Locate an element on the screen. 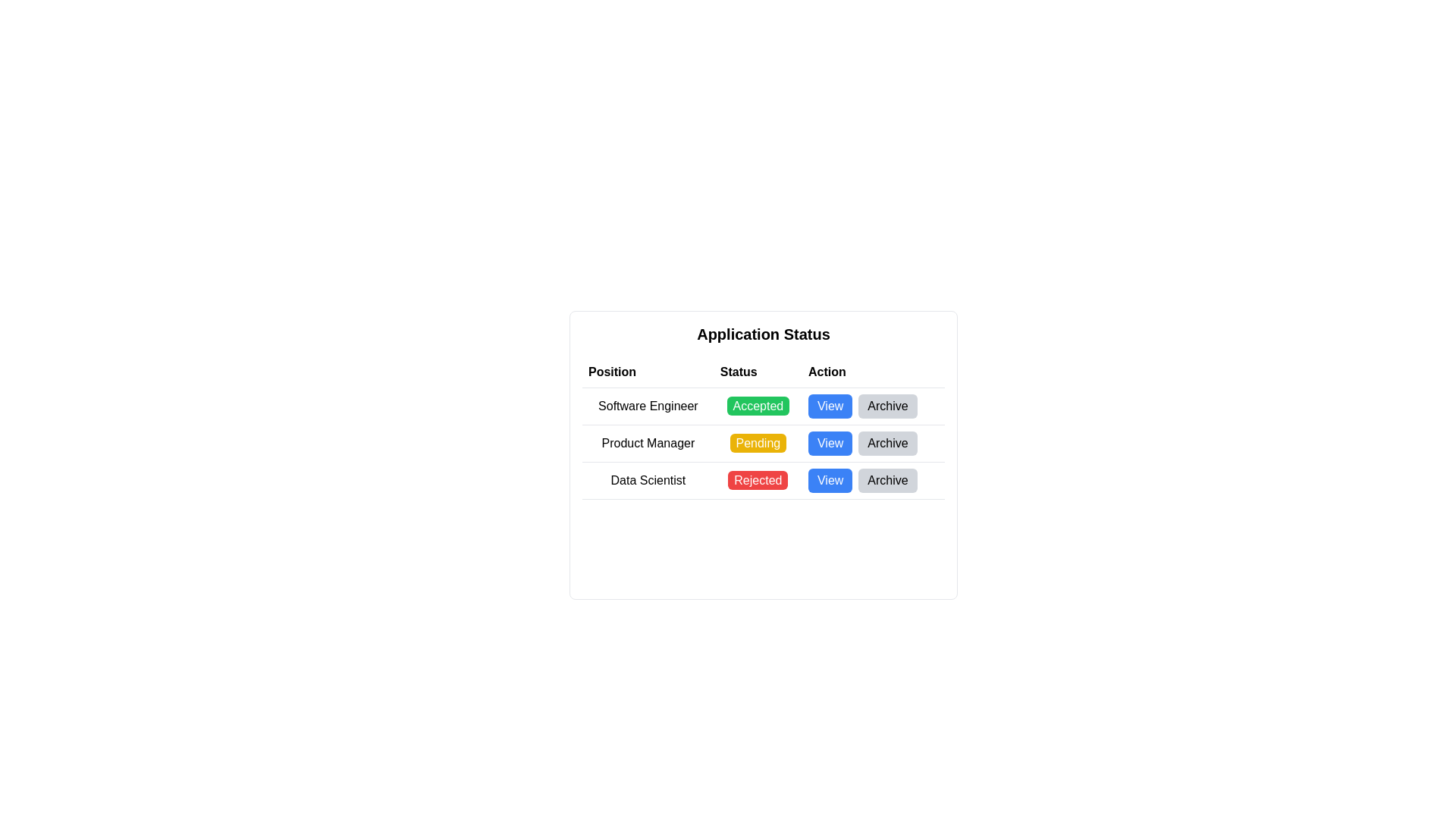  the Text label indicating a job position located in the second row under the 'Position' column of the table is located at coordinates (648, 444).